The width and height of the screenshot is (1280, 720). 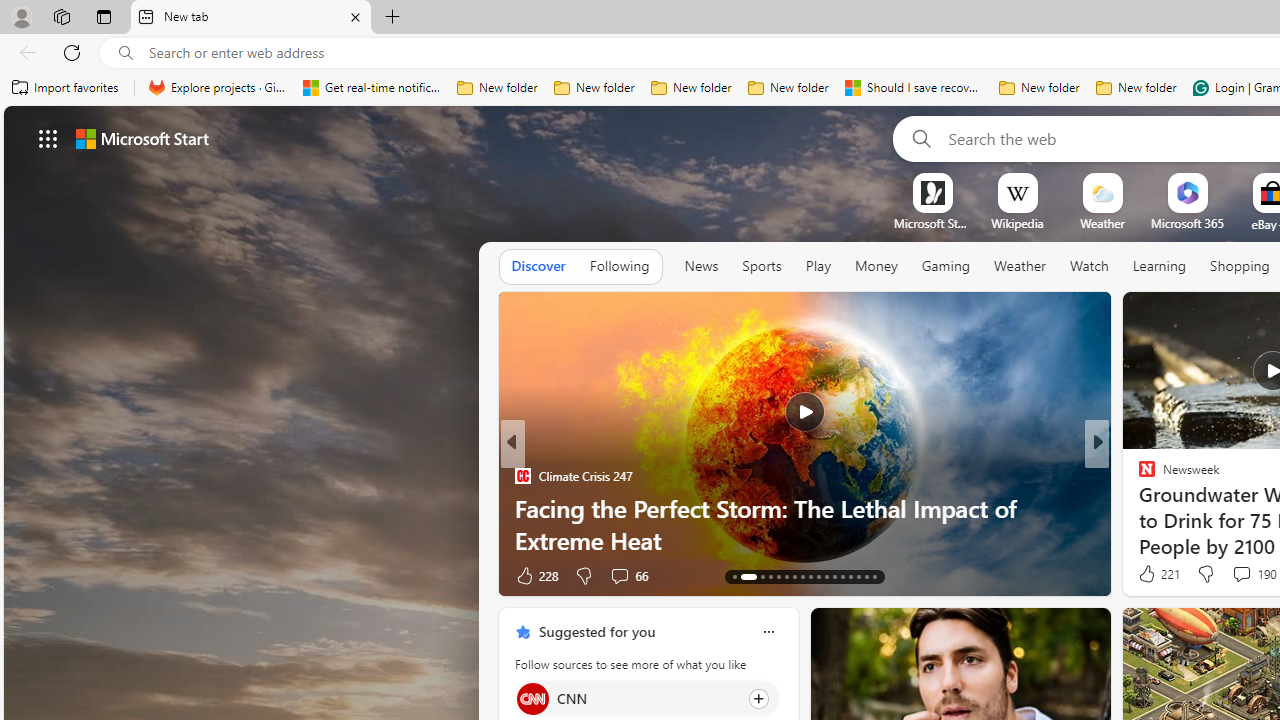 What do you see at coordinates (912, 87) in the screenshot?
I see `'Should I save recovered Word documents? - Microsoft Support'` at bounding box center [912, 87].